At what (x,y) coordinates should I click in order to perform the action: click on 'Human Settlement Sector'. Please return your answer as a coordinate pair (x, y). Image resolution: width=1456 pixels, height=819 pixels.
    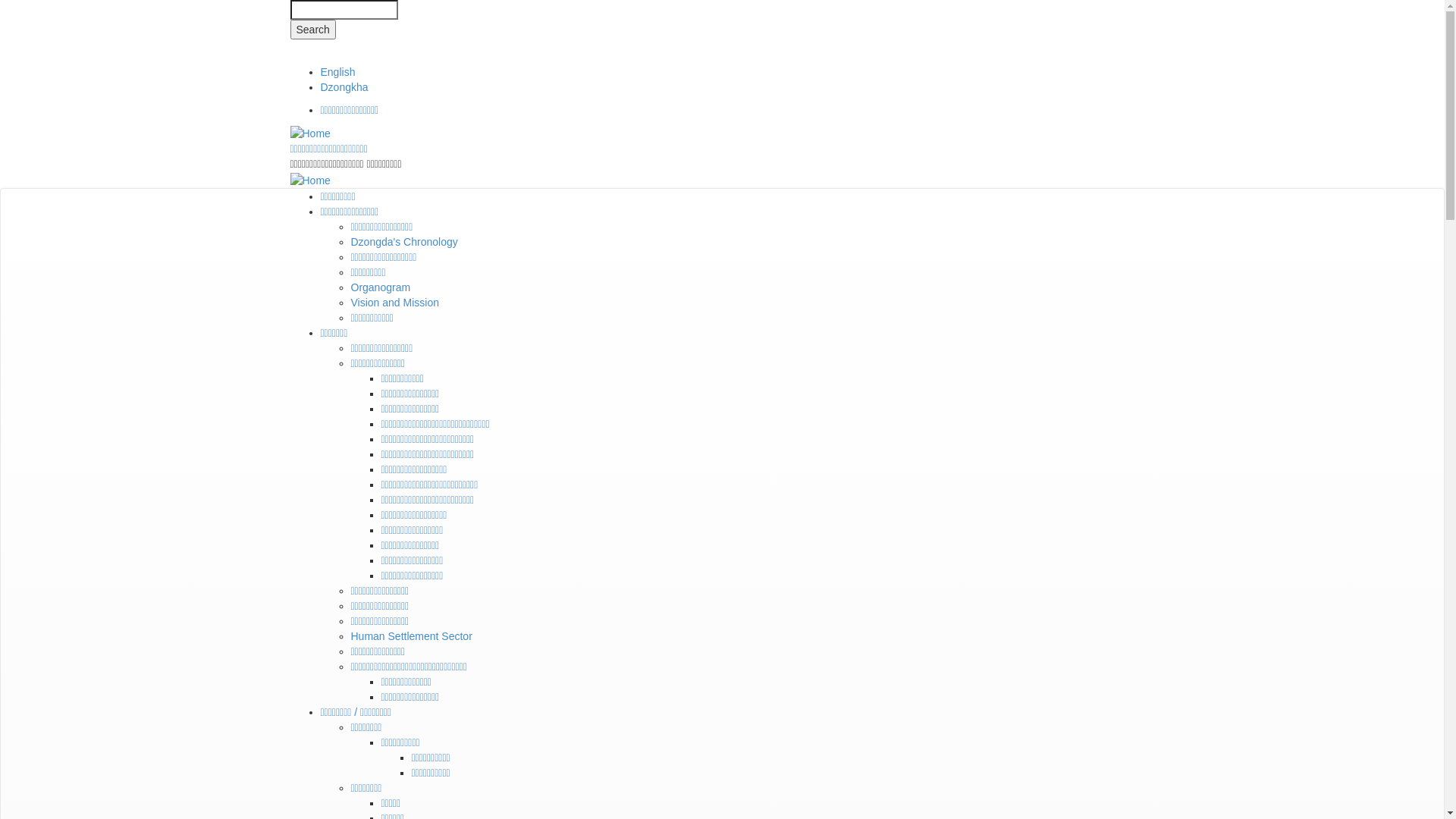
    Looking at the image, I should click on (411, 636).